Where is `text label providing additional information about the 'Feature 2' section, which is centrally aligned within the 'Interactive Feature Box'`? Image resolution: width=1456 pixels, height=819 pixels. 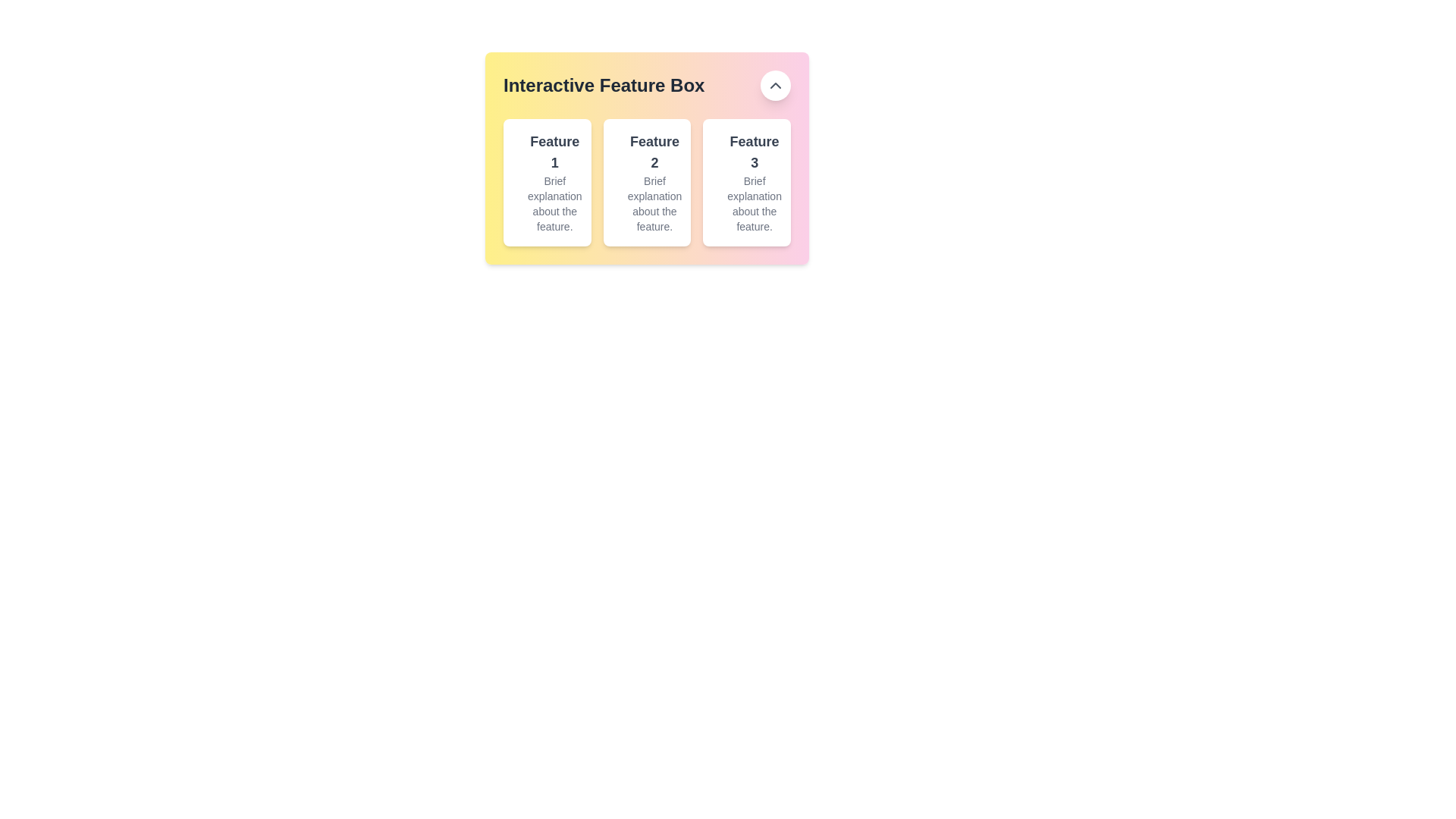 text label providing additional information about the 'Feature 2' section, which is centrally aligned within the 'Interactive Feature Box' is located at coordinates (654, 203).